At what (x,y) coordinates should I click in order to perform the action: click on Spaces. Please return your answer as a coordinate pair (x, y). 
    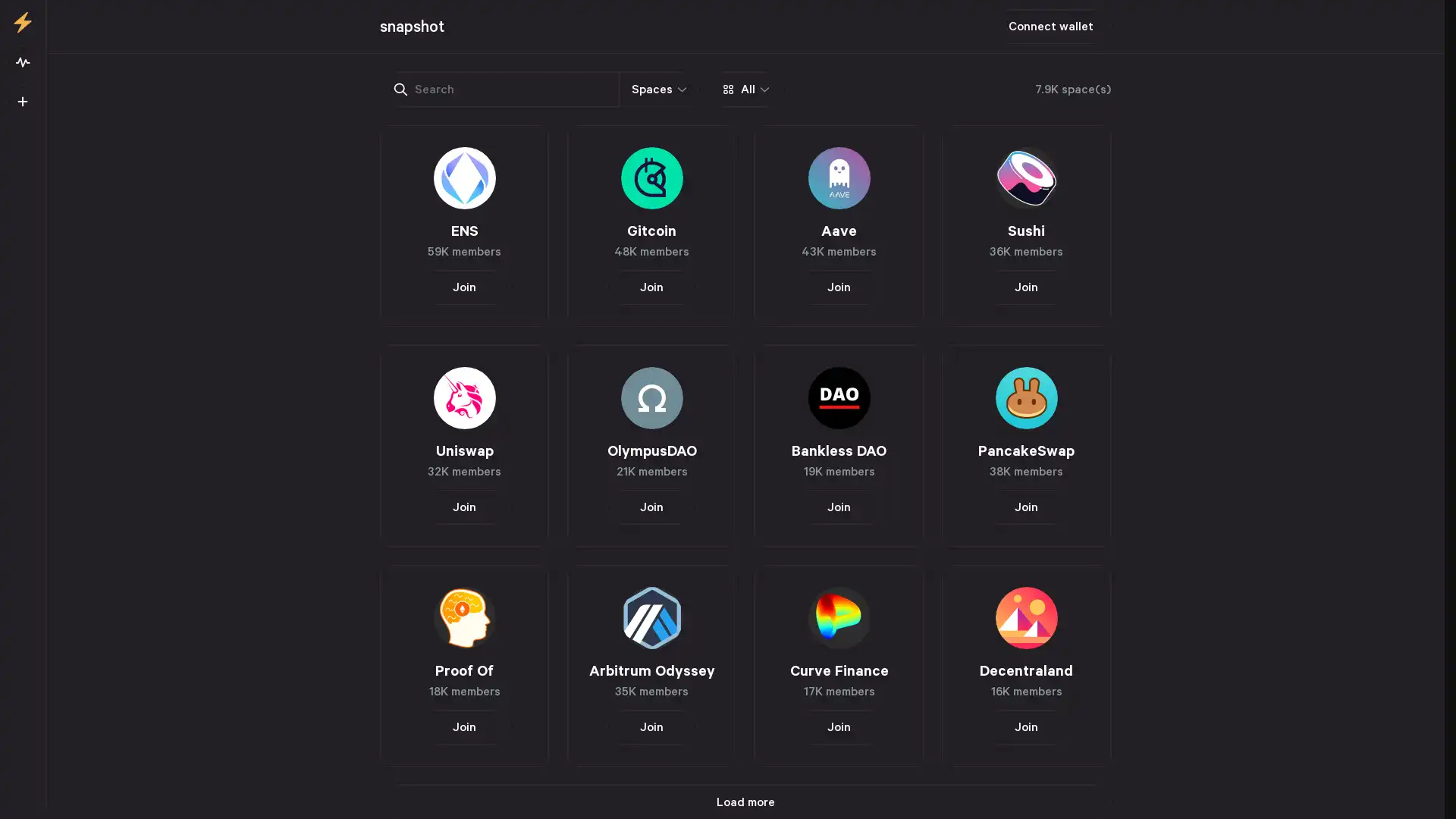
    Looking at the image, I should click on (538, 89).